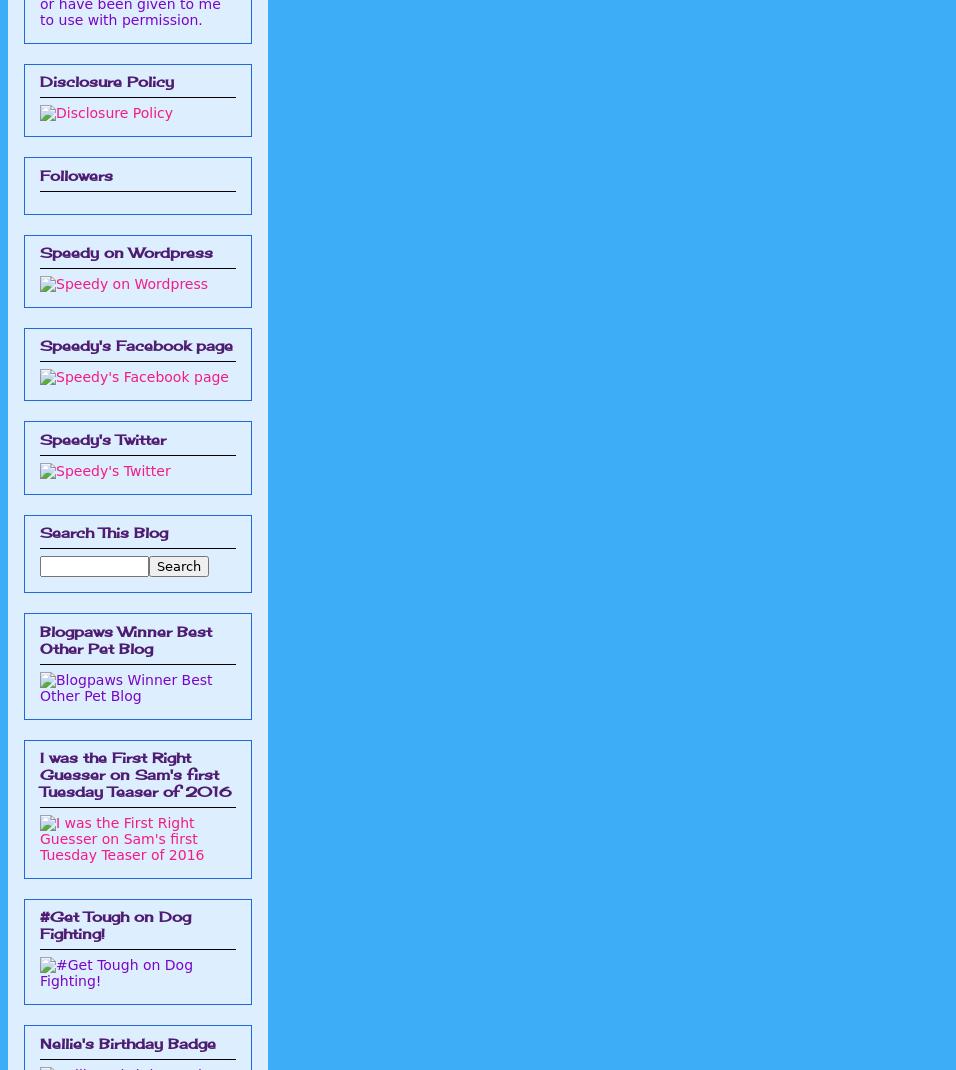  Describe the element at coordinates (136, 773) in the screenshot. I see `'I was the First Right Guesser on Sam's first Tuesday Teaser of 2016'` at that location.